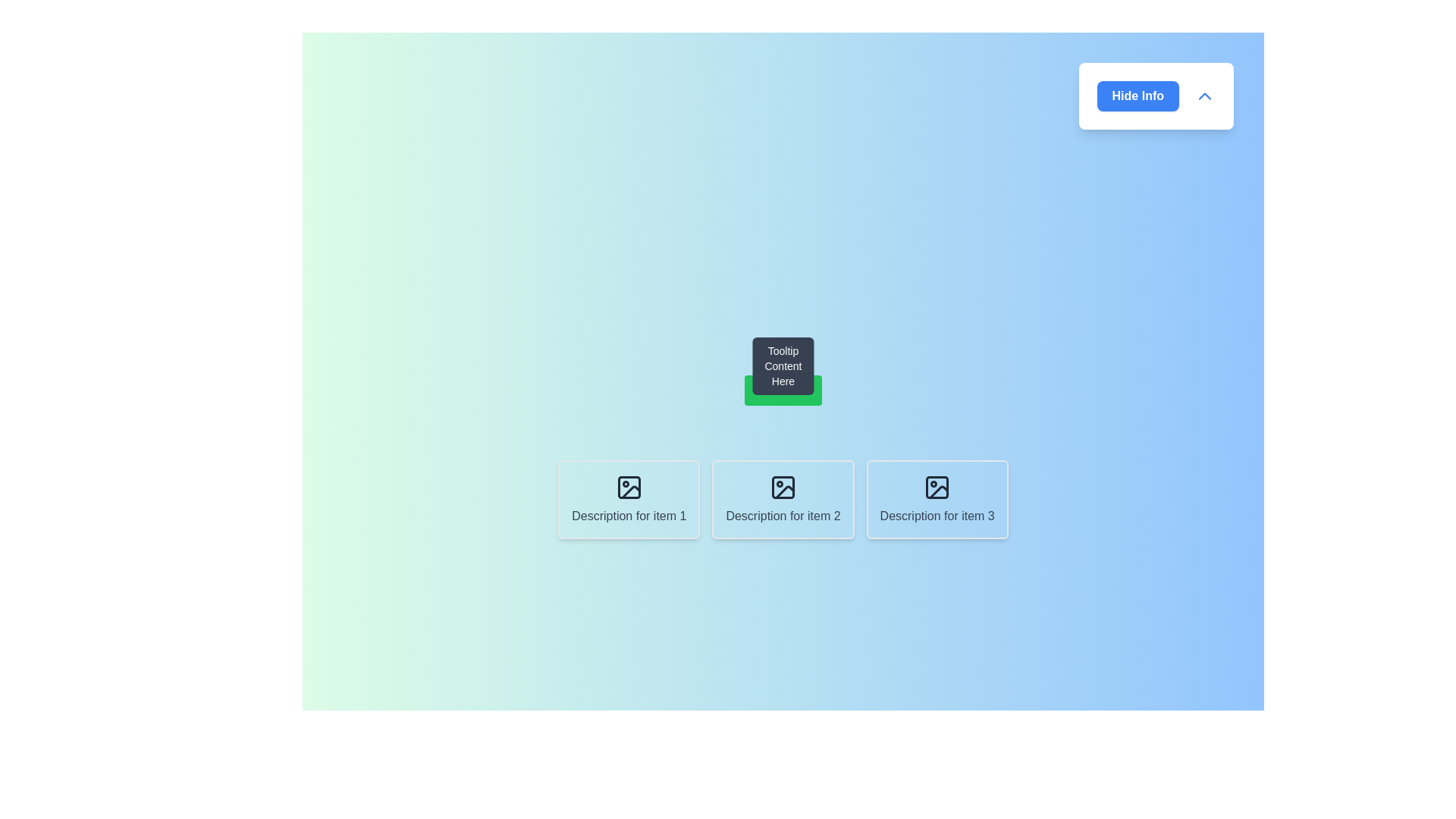 This screenshot has height=819, width=1456. What do you see at coordinates (937, 516) in the screenshot?
I see `text content of the descriptive label located at the far right of the row, below the associated icon image` at bounding box center [937, 516].